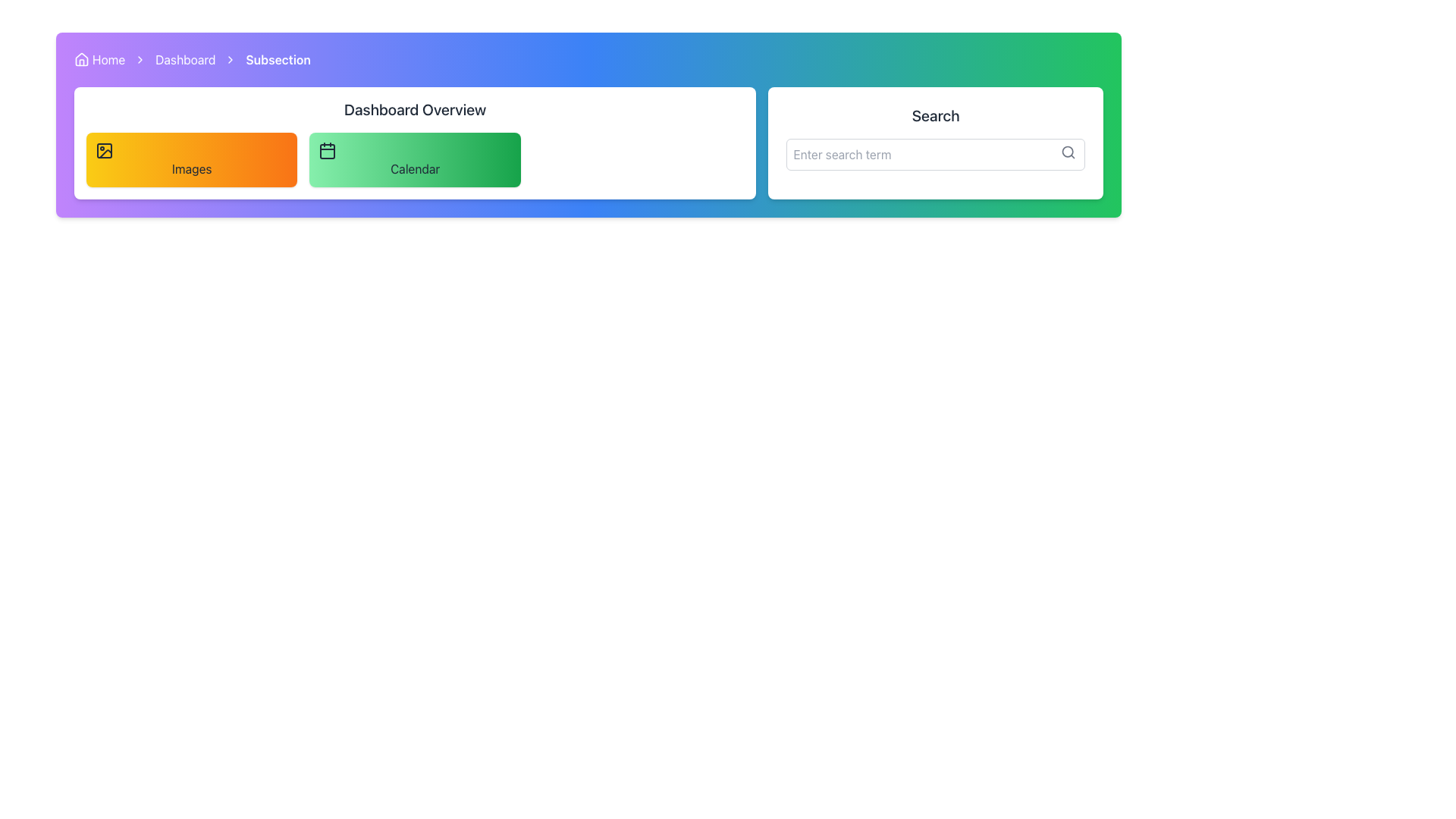 This screenshot has height=819, width=1456. Describe the element at coordinates (191, 169) in the screenshot. I see `the text label indicating the category of 'Images' located on the yellow-to-orange gradient card, positioned in the middle-right area, to the right of the image icon` at that location.